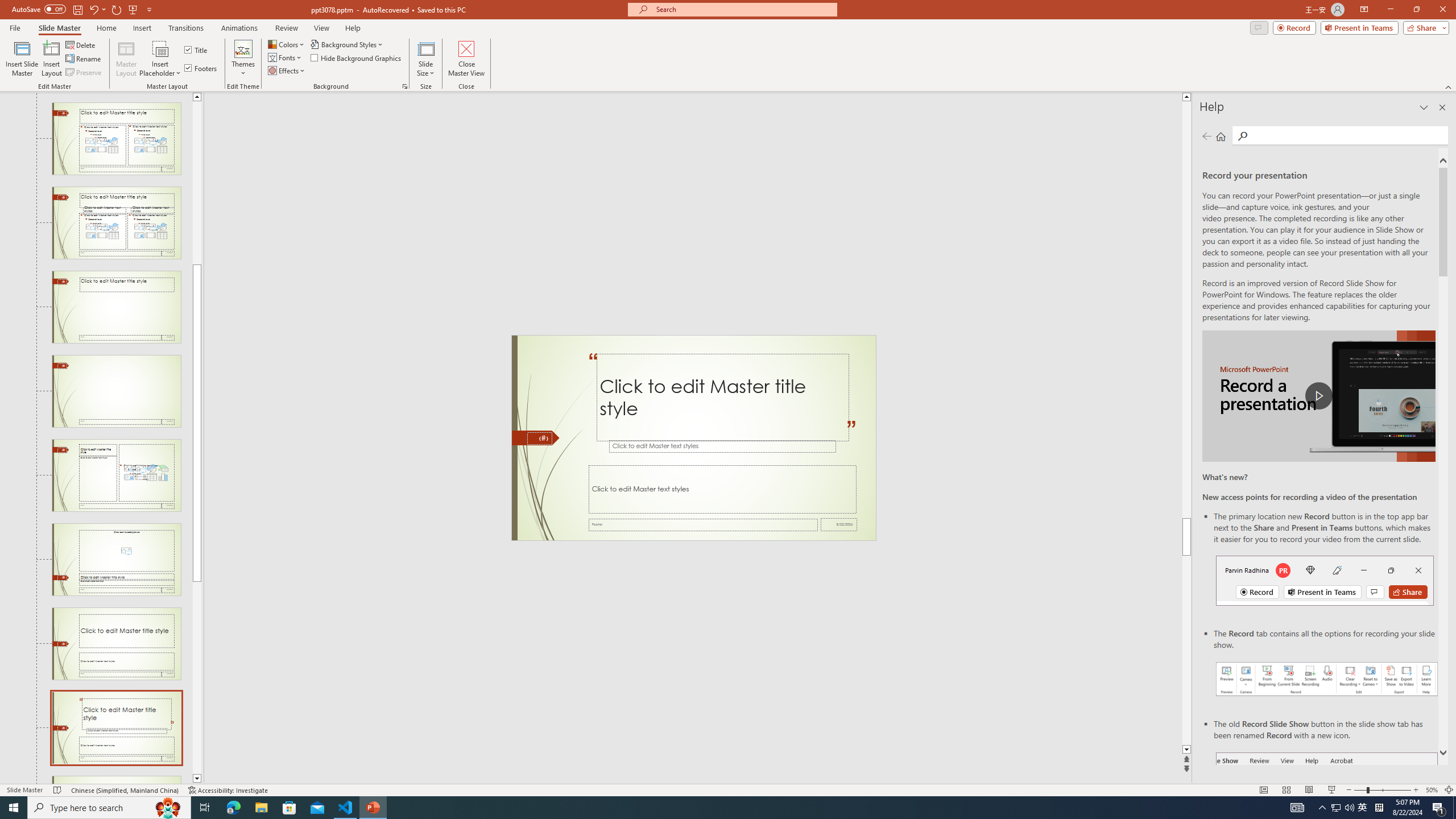  Describe the element at coordinates (348, 44) in the screenshot. I see `'Background Styles'` at that location.